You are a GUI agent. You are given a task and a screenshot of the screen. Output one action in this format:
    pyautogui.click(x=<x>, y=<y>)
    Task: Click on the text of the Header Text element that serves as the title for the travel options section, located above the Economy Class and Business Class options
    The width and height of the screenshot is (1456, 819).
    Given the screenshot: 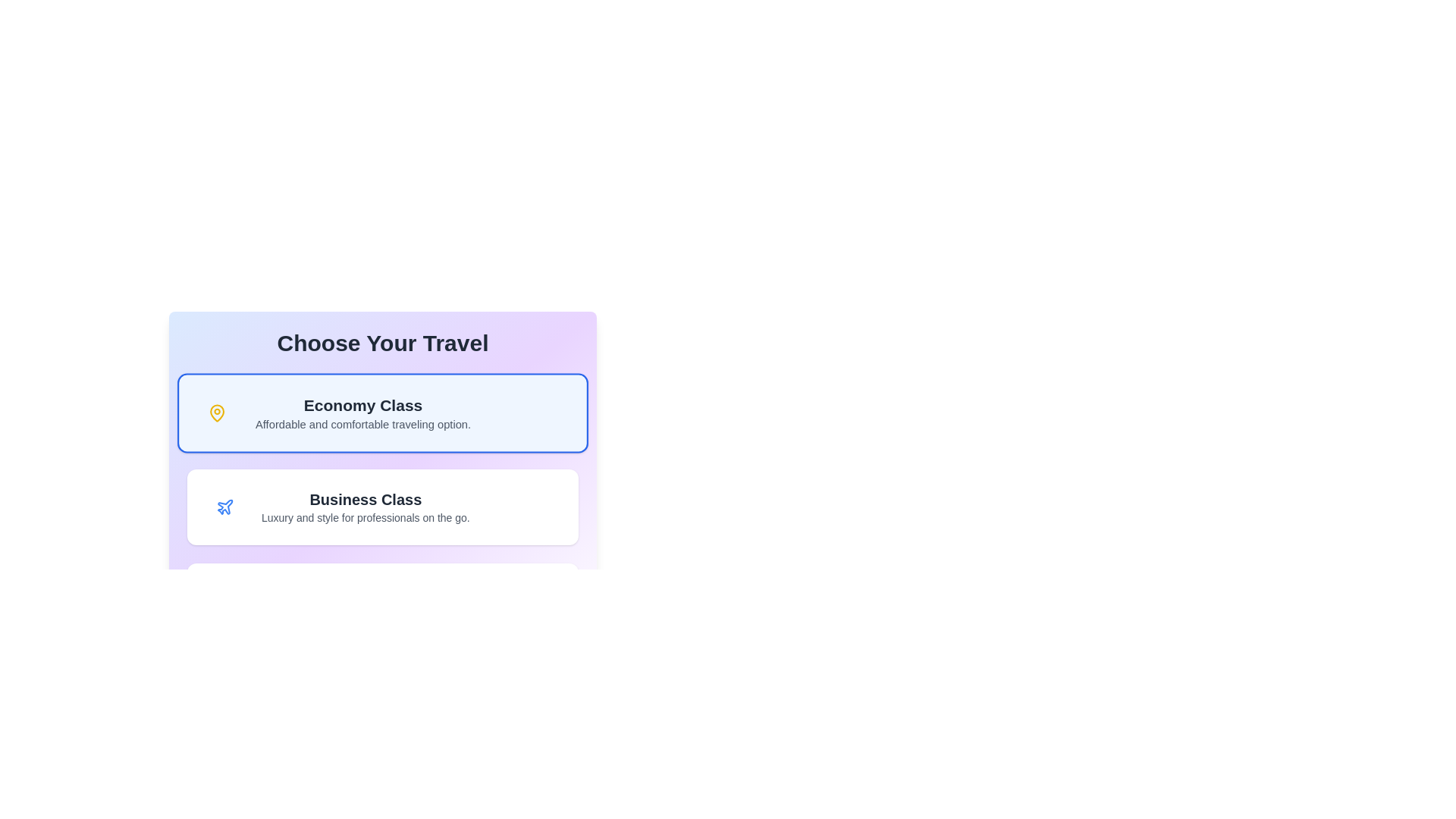 What is the action you would take?
    pyautogui.click(x=382, y=343)
    